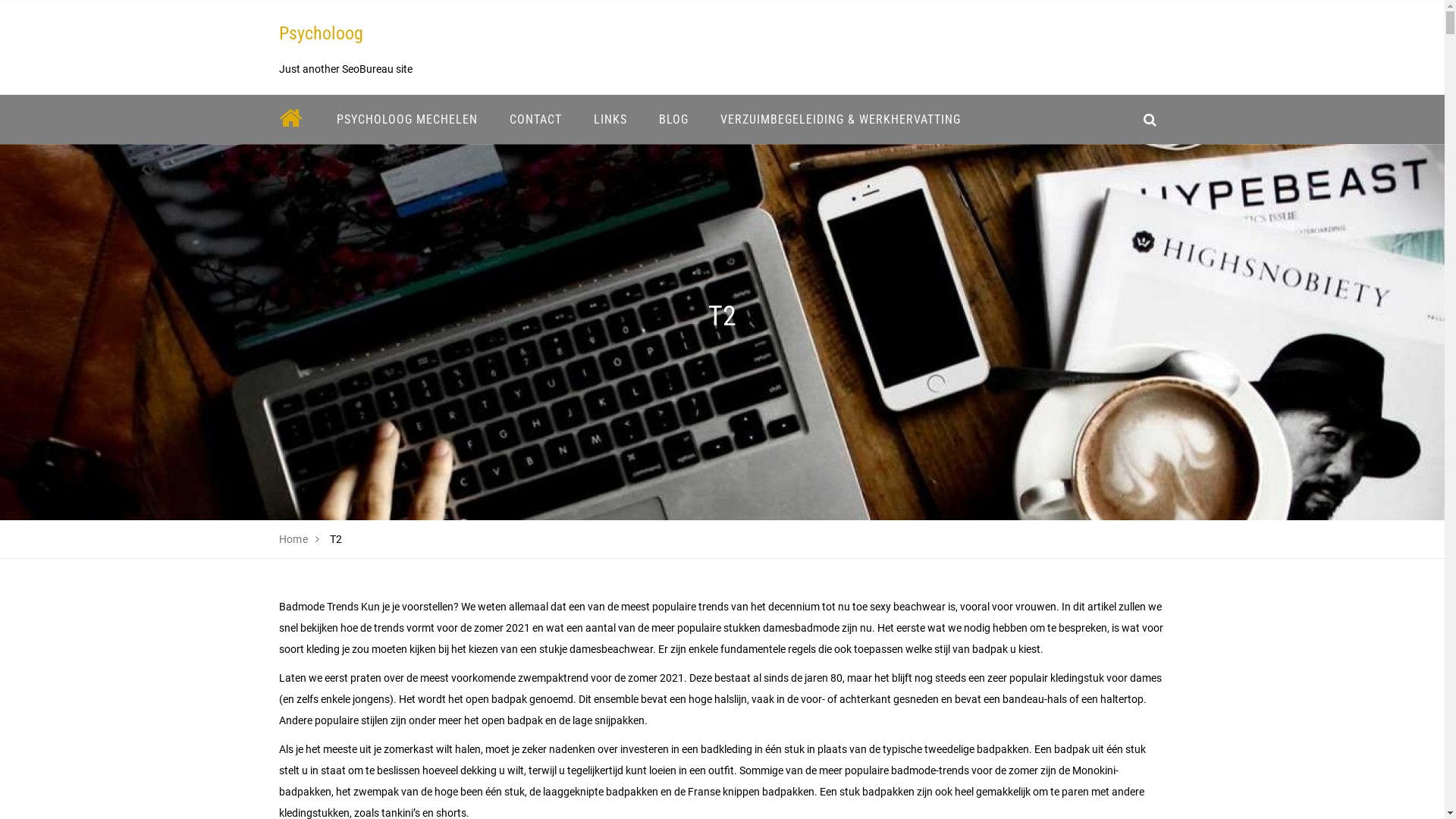  Describe the element at coordinates (406, 118) in the screenshot. I see `'PSYCHOLOOG MECHELEN'` at that location.